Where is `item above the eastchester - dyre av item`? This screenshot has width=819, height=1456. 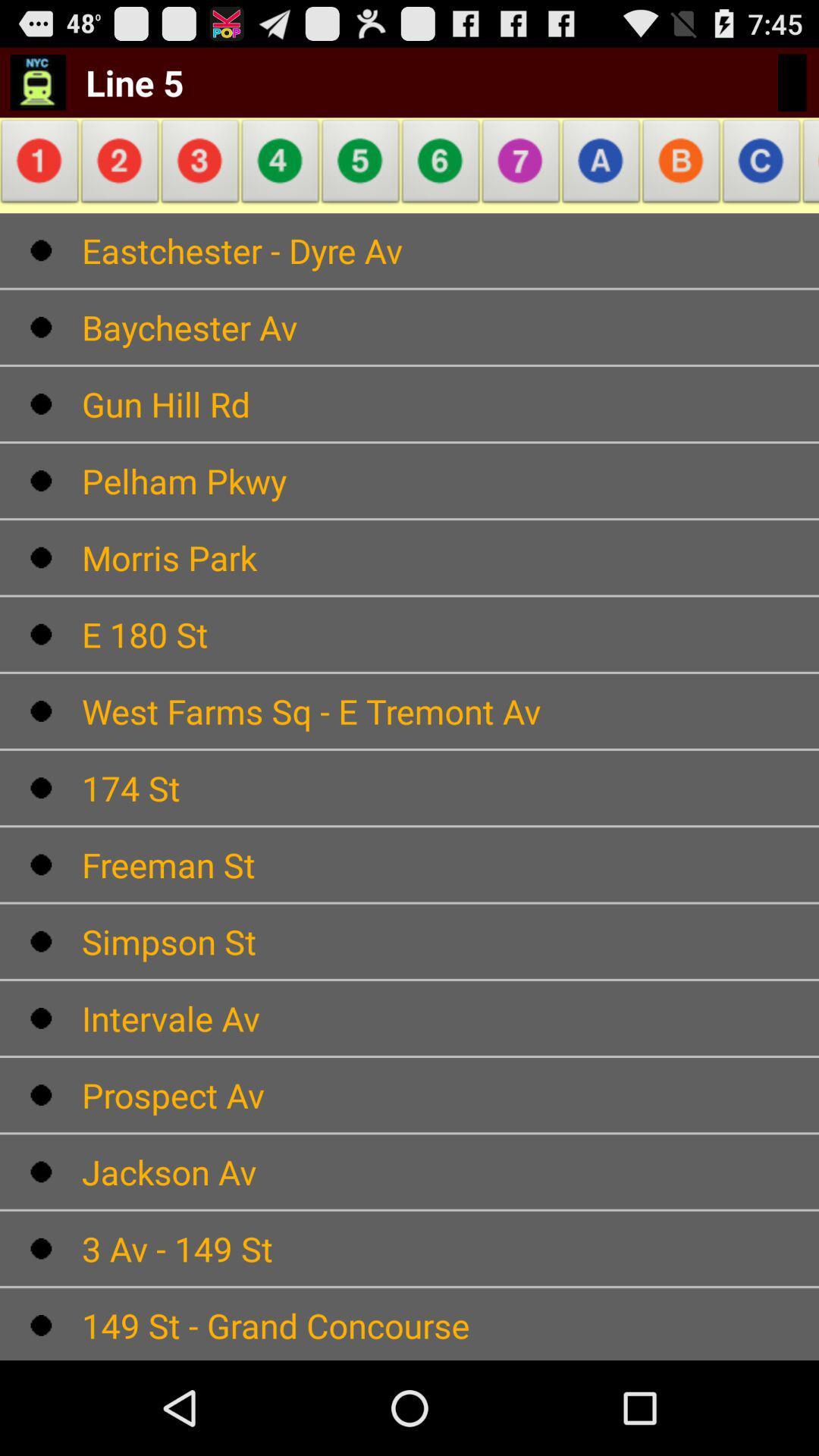 item above the eastchester - dyre av item is located at coordinates (119, 165).